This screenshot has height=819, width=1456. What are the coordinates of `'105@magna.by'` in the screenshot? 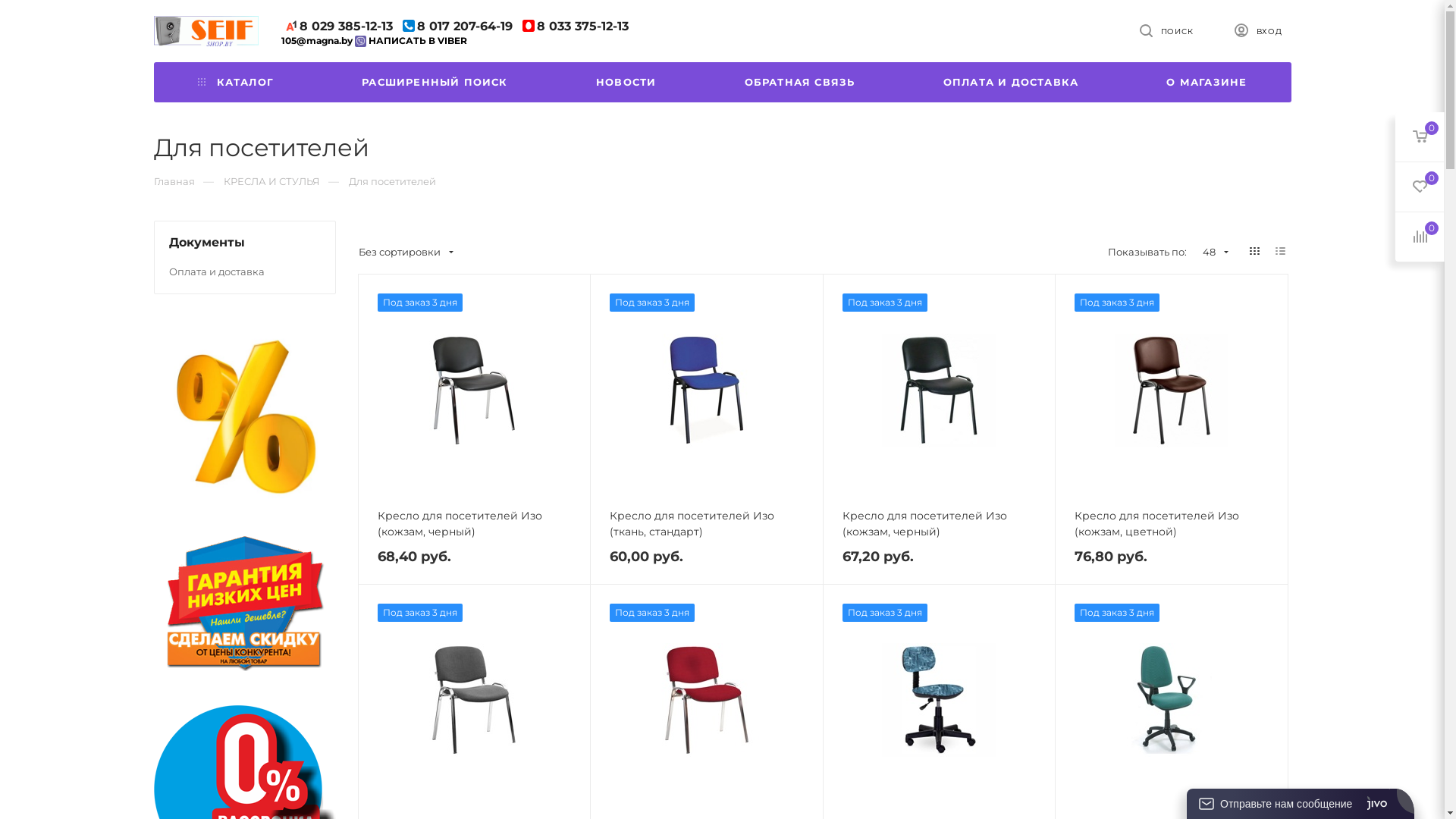 It's located at (315, 39).